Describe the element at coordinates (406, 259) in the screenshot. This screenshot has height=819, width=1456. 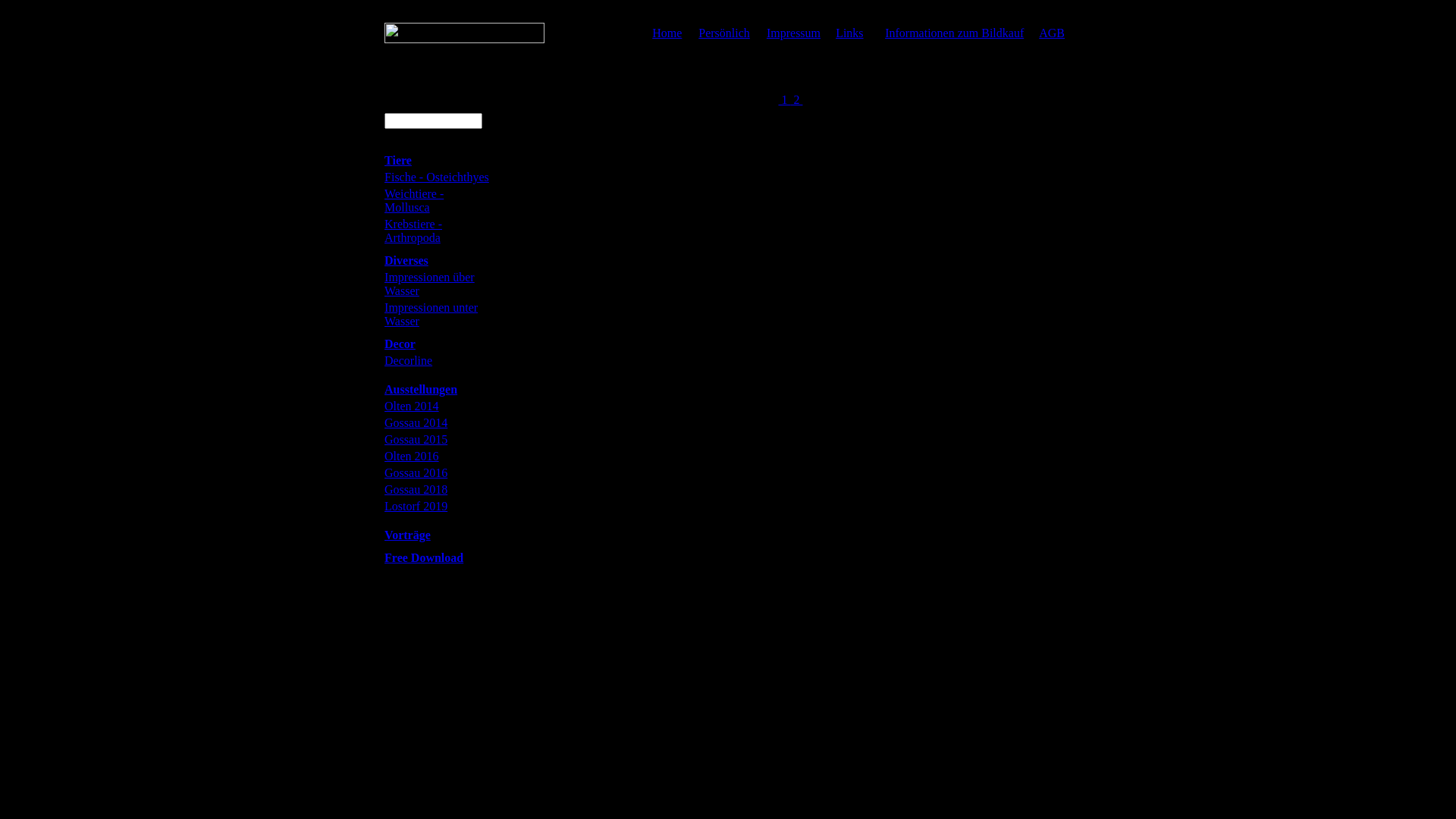
I see `'Diverses'` at that location.